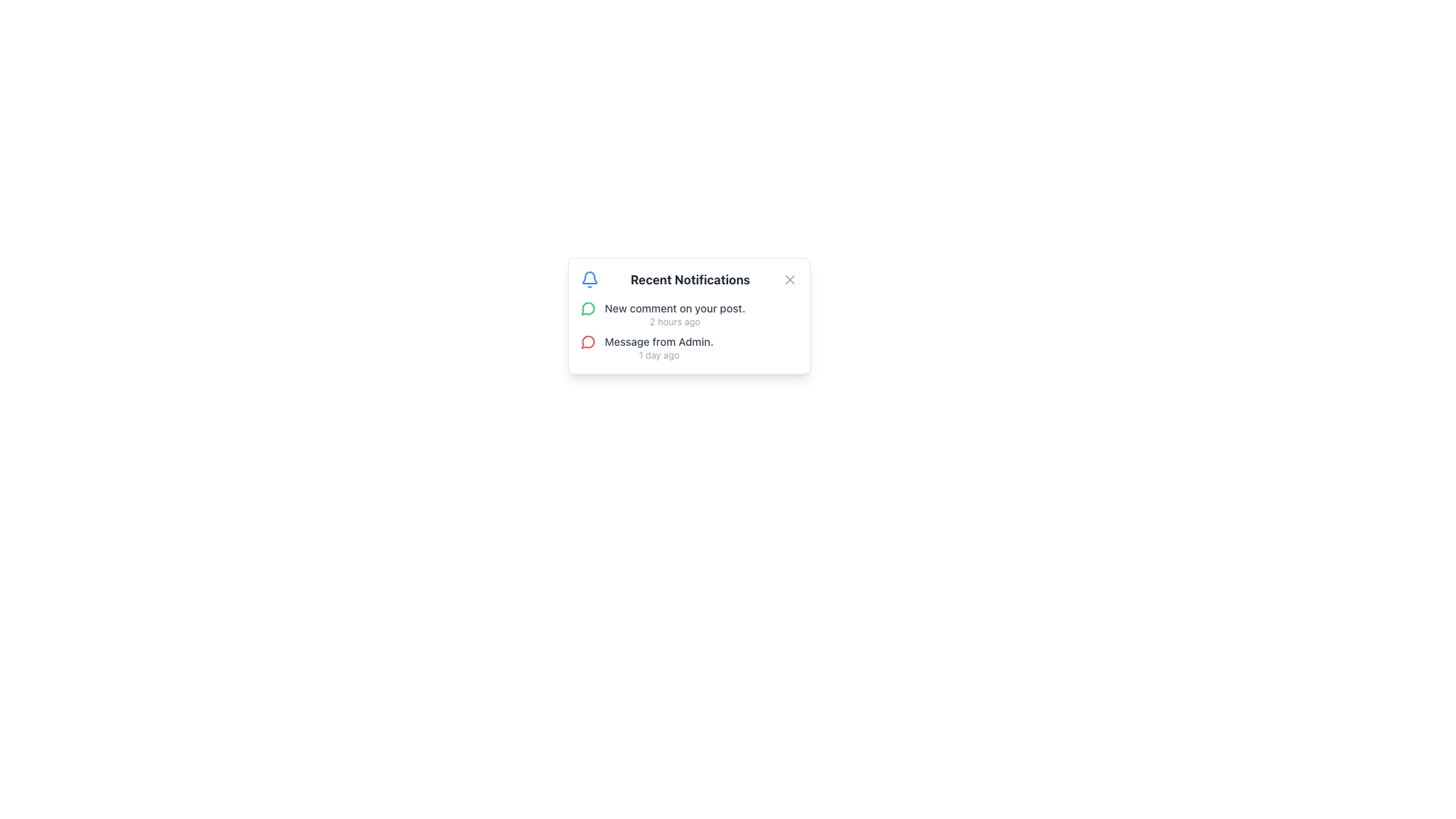 This screenshot has height=819, width=1456. What do you see at coordinates (659, 356) in the screenshot?
I see `the label that indicates the time elapsed since a notification was created, located below the 'Message from Admin.' headline` at bounding box center [659, 356].